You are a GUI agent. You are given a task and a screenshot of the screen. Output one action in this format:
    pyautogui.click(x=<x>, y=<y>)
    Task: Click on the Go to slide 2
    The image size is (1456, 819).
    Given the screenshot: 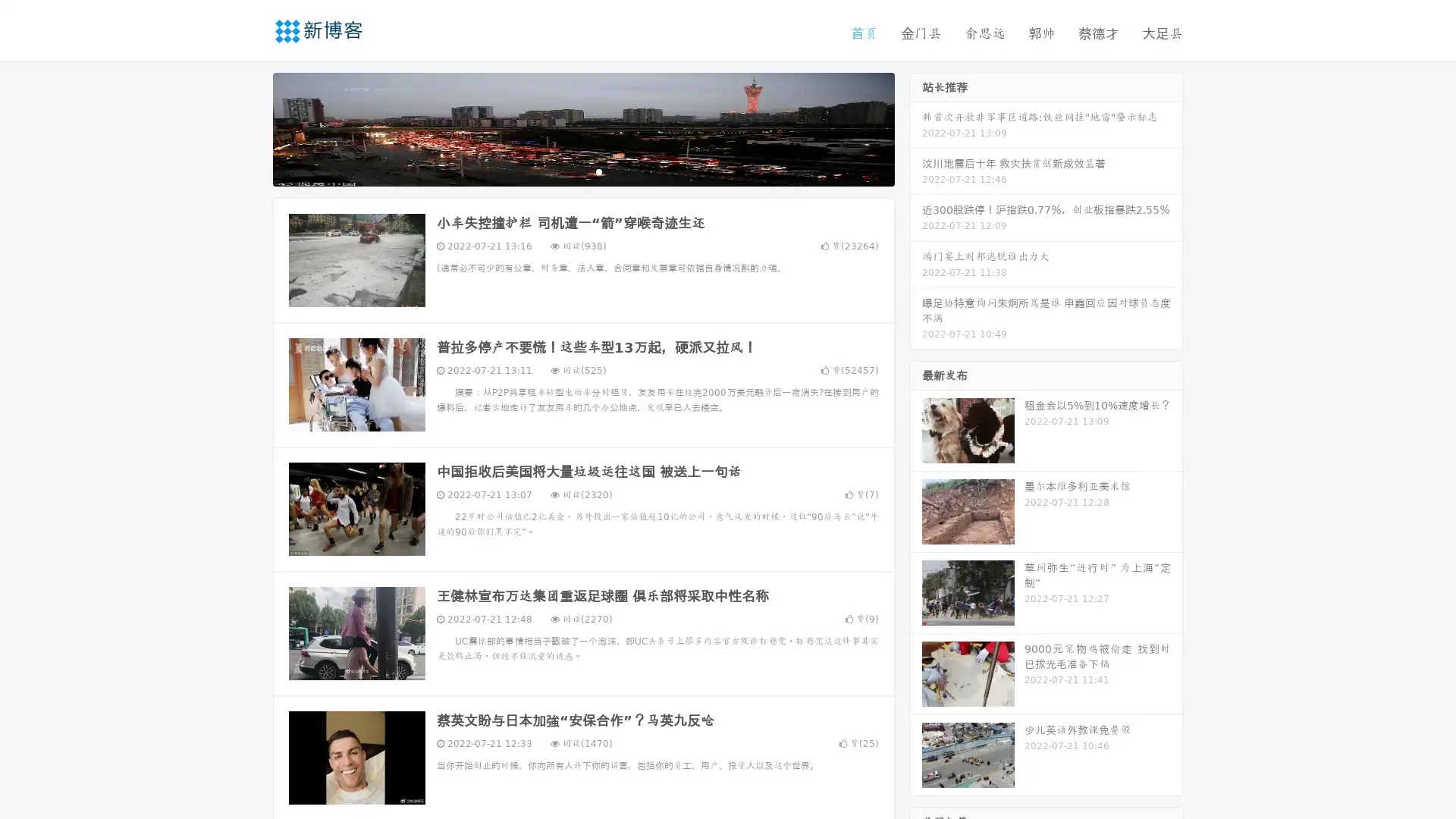 What is the action you would take?
    pyautogui.click(x=582, y=171)
    